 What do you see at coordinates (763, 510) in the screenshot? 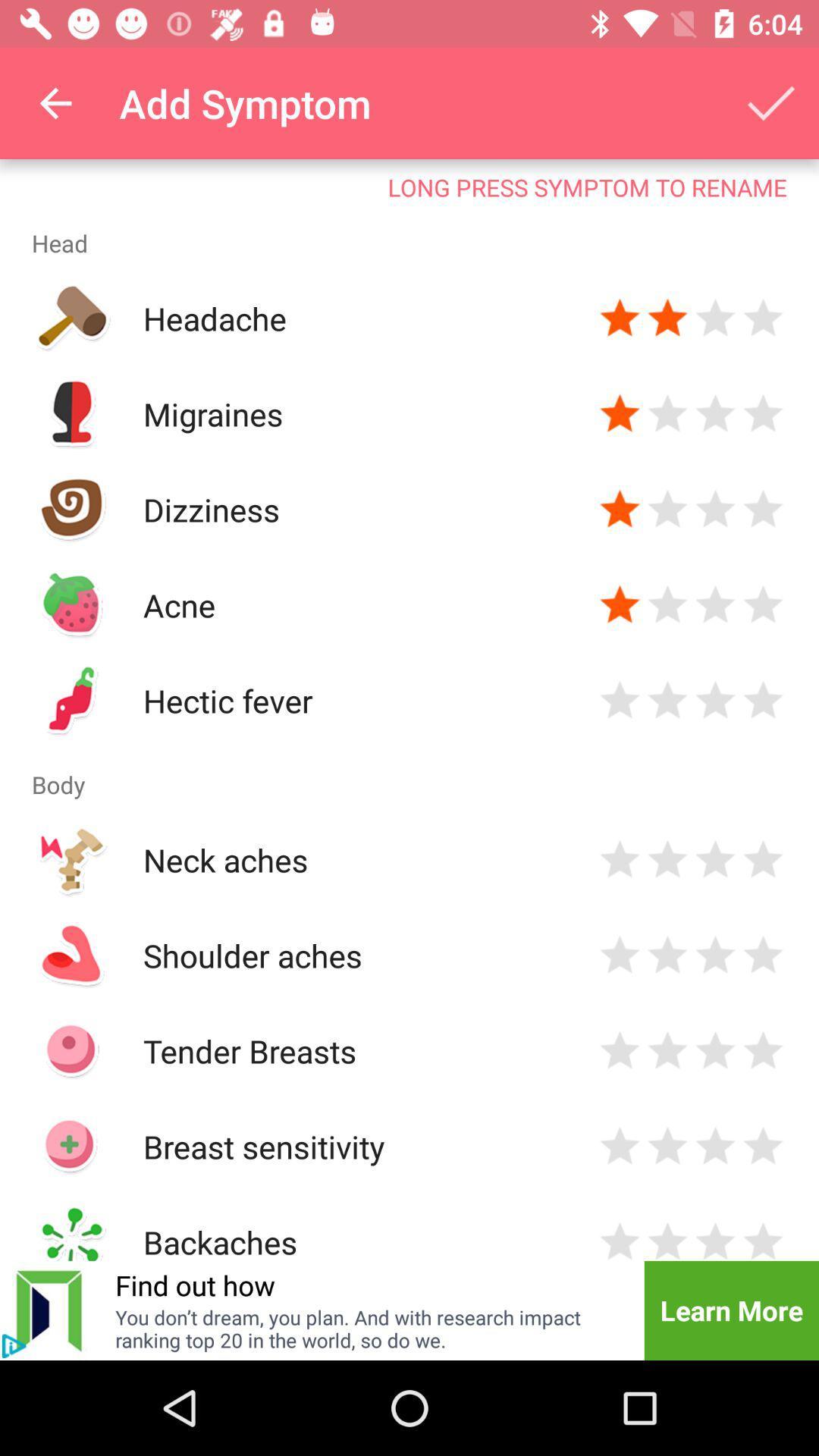
I see `4 star rating` at bounding box center [763, 510].